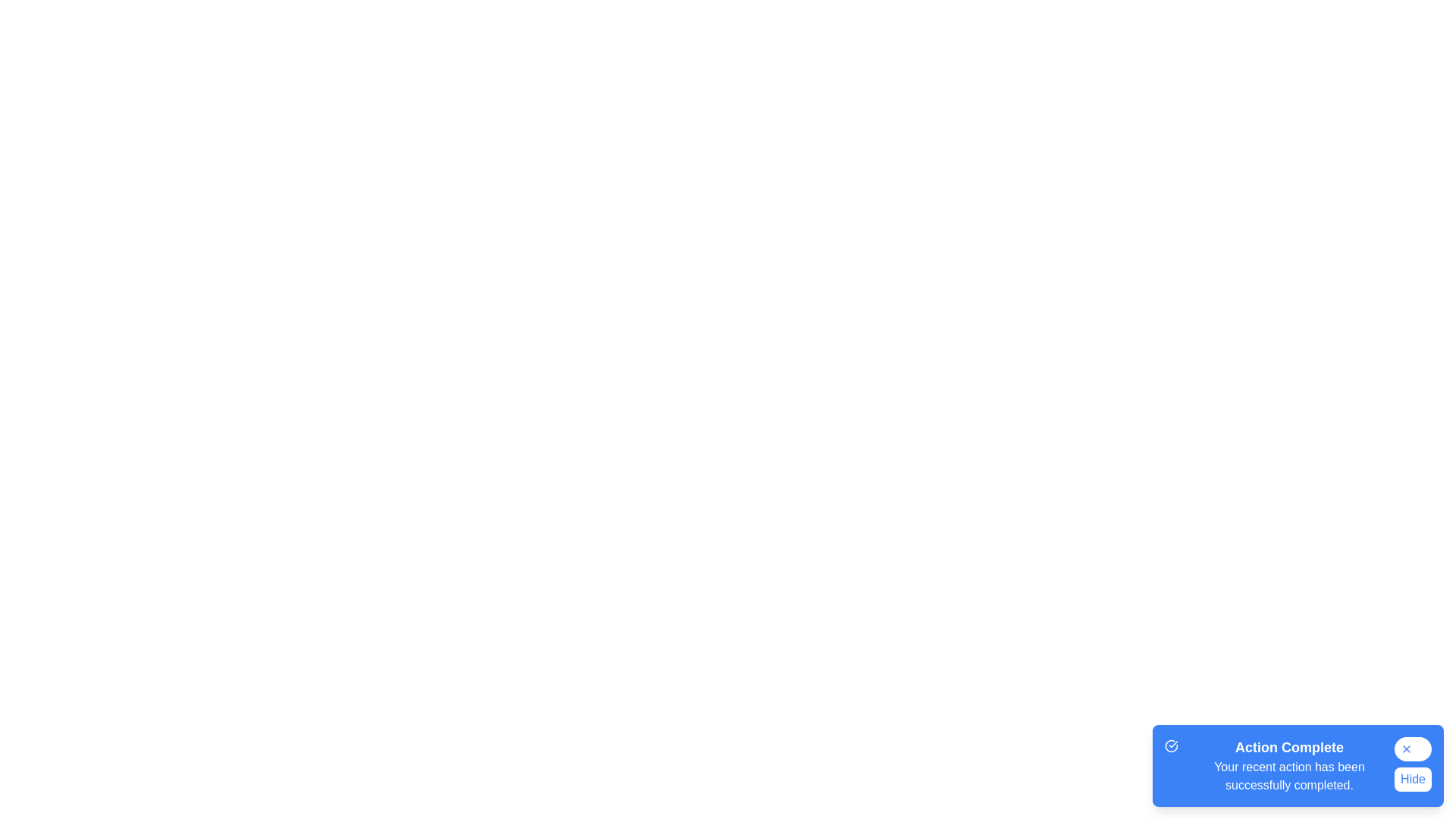  What do you see at coordinates (1170, 745) in the screenshot?
I see `the checkmark icon beside the text in the snackbar` at bounding box center [1170, 745].